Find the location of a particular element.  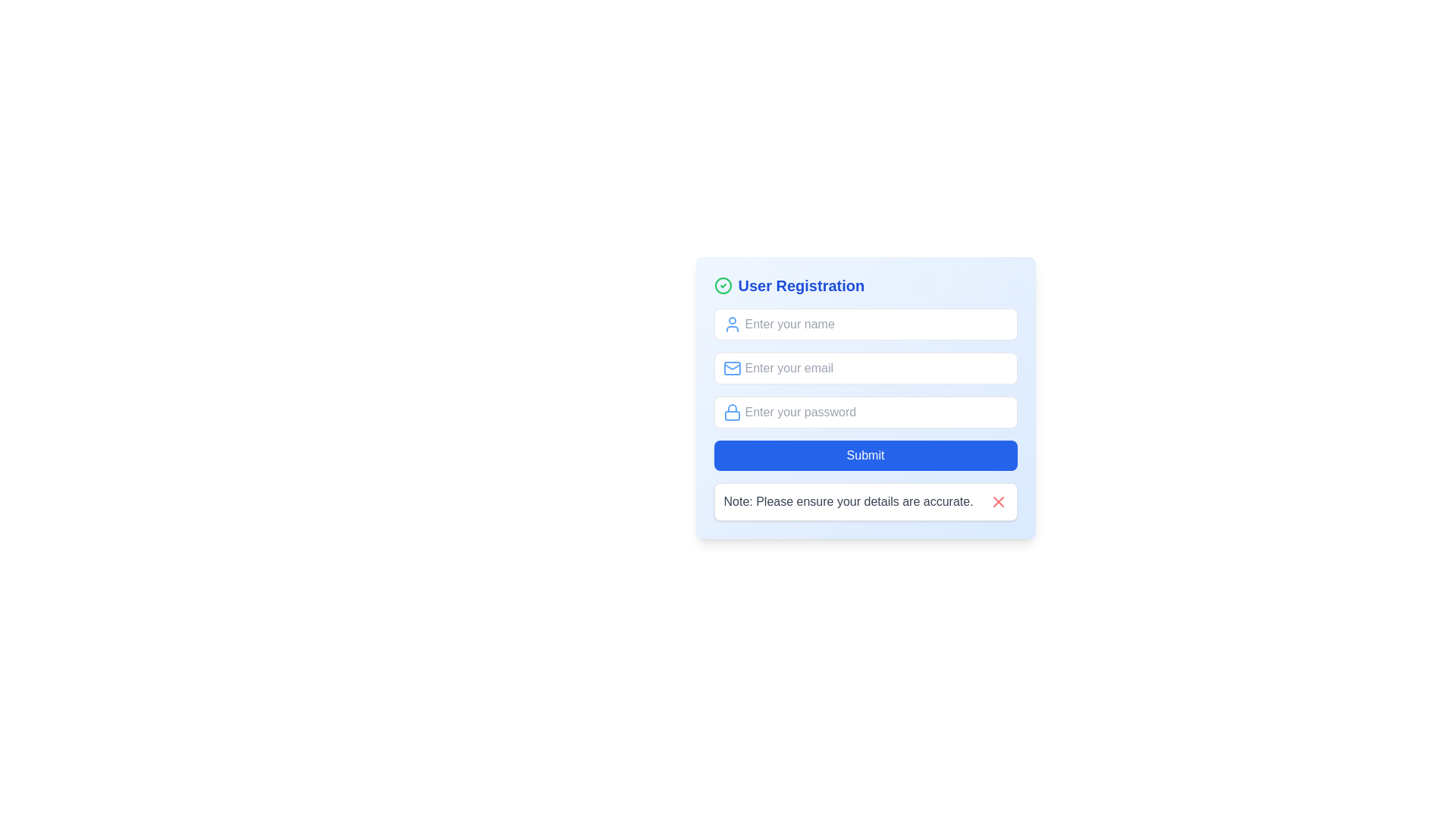

the lock icon with a blue outline and a white background located inside the password entry field adjacent to the placeholder text 'Enter your password.' is located at coordinates (732, 412).